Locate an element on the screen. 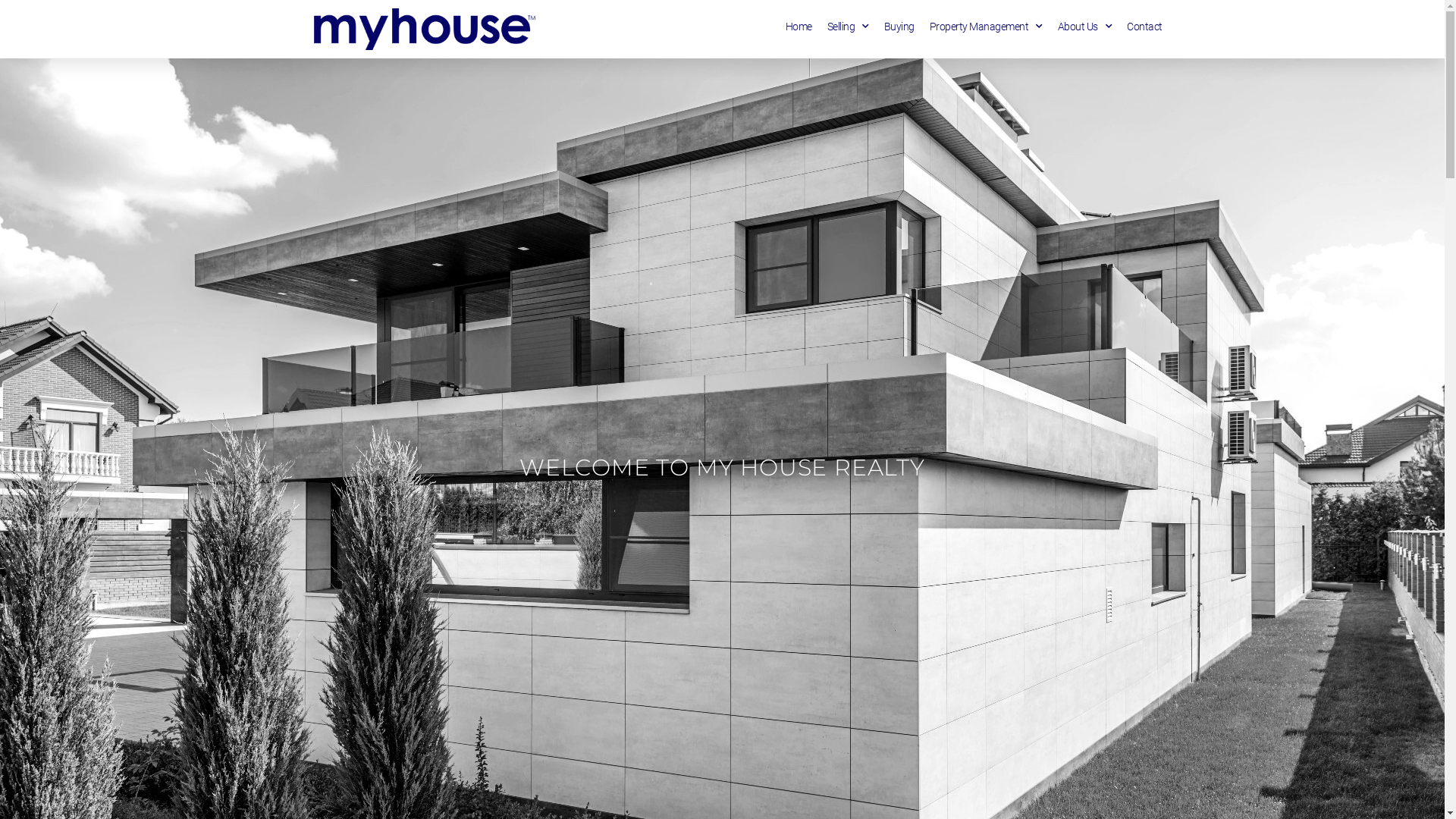 The width and height of the screenshot is (1456, 819). 'Home' is located at coordinates (786, 26).